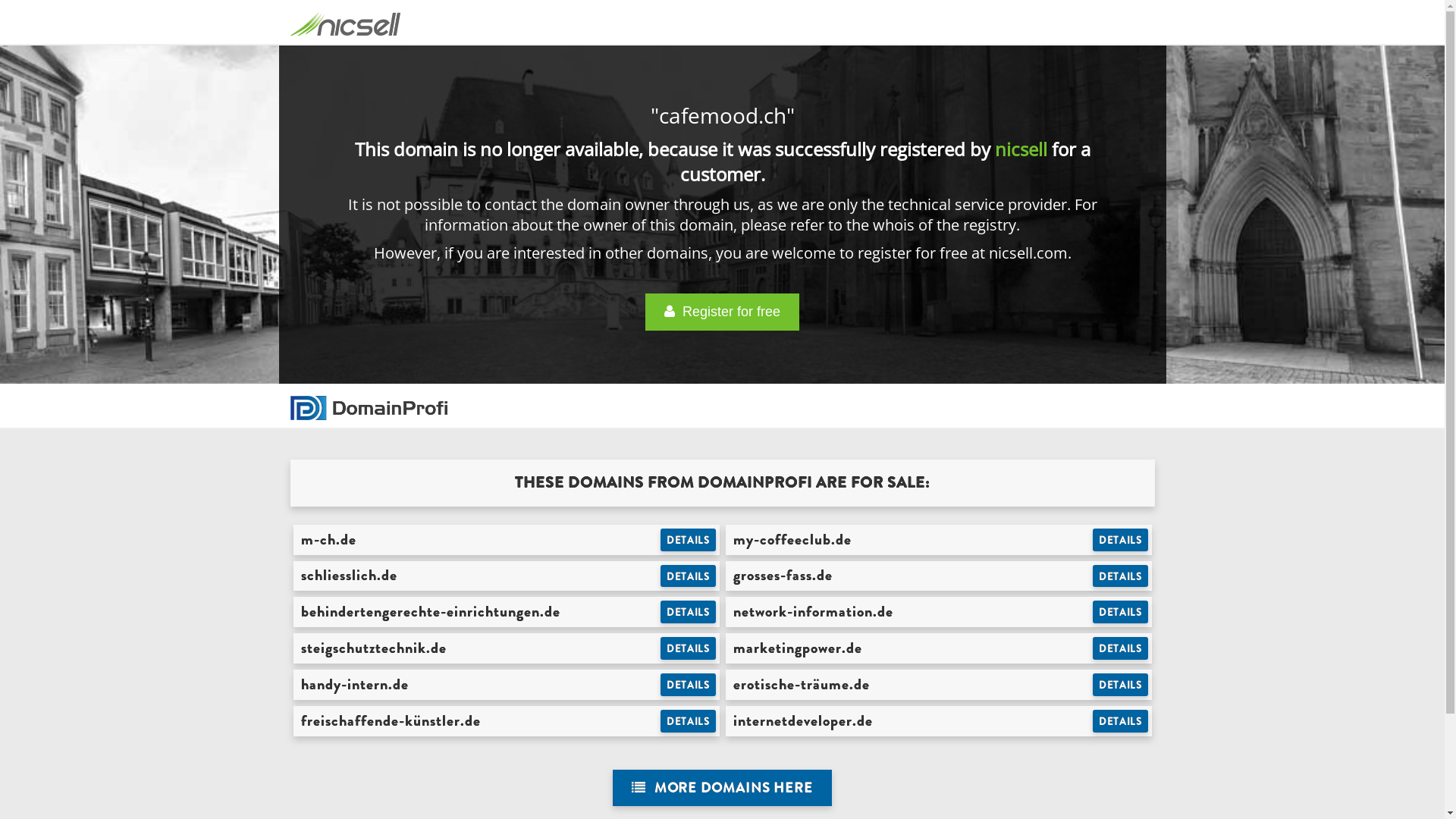 The width and height of the screenshot is (1456, 819). I want to click on 'DETAILS', so click(687, 576).